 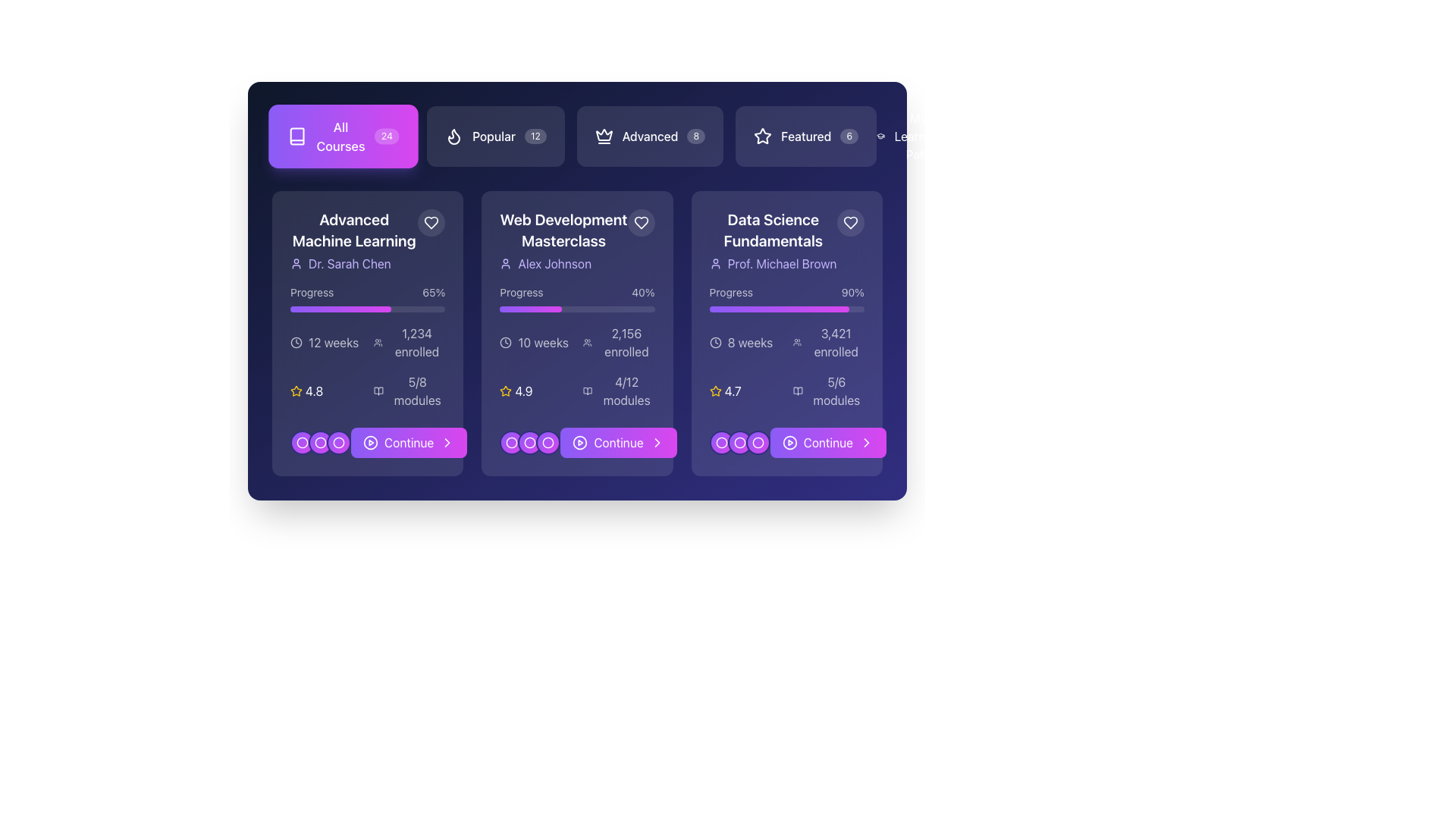 I want to click on the circular icon with a white stroke outline located at the bottom-left corner of the first educational course card if it is interactive, so click(x=319, y=442).